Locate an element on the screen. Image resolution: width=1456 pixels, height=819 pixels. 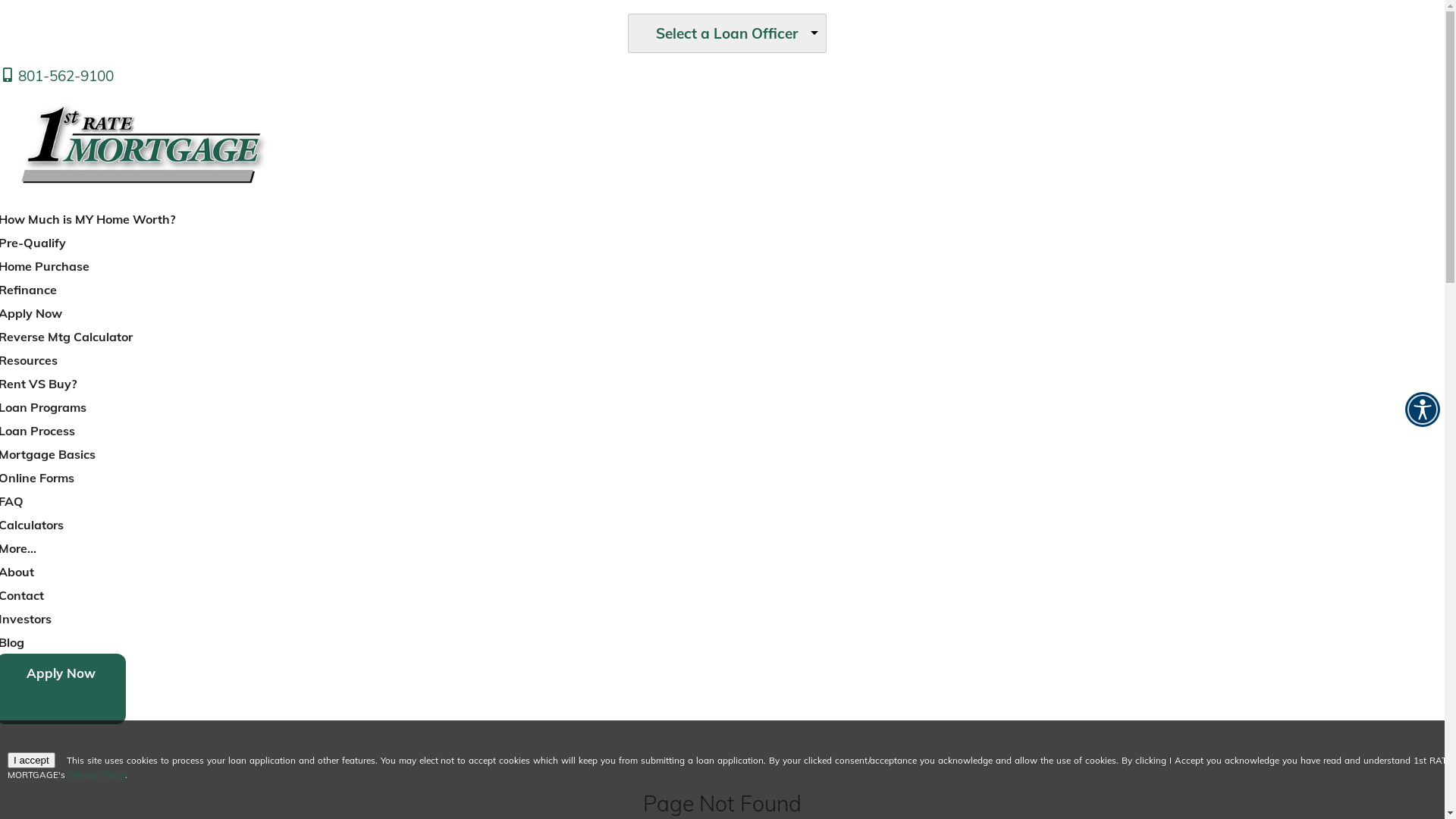
'Select a Loan Officer' is located at coordinates (726, 32).